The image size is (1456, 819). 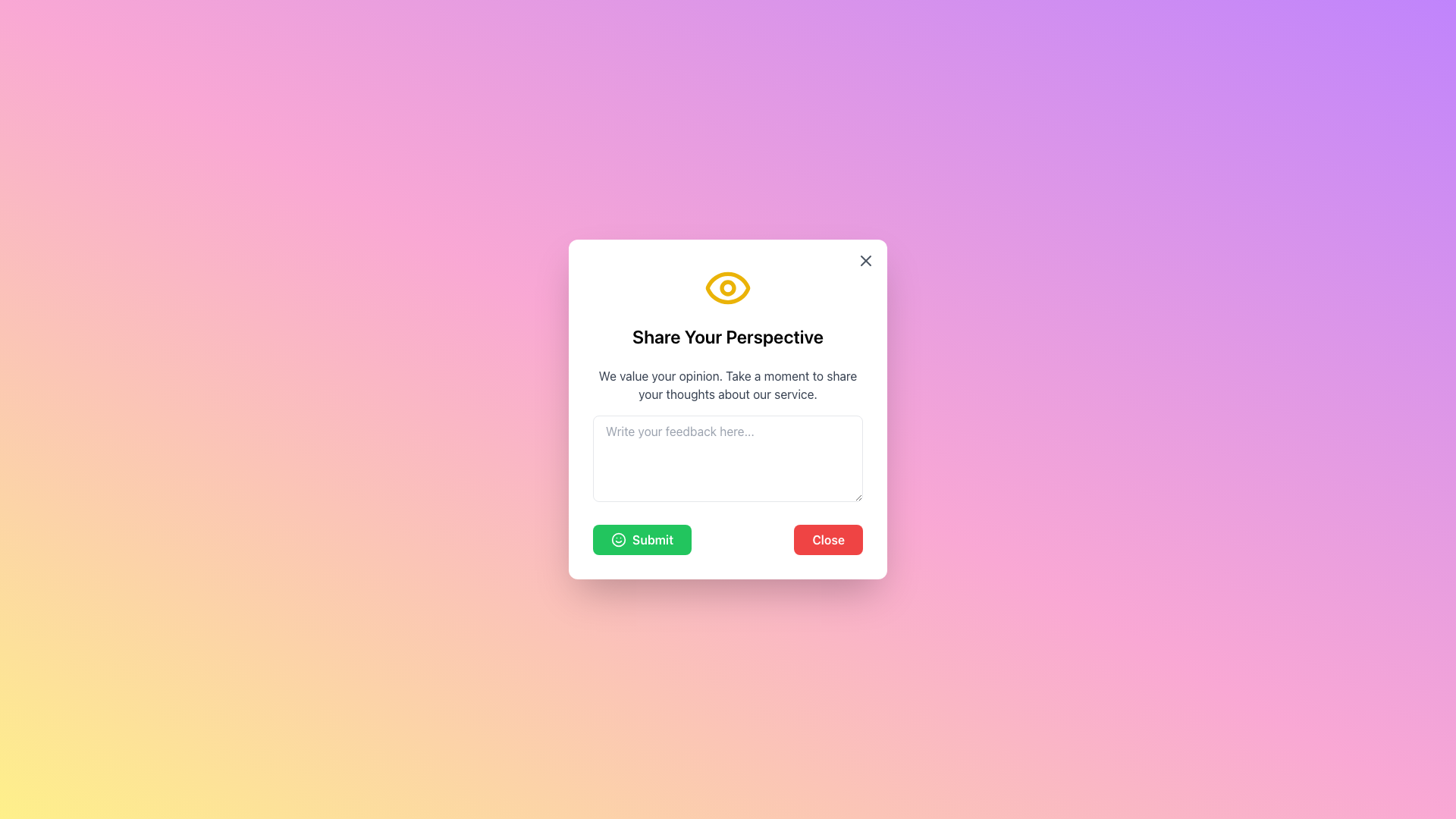 What do you see at coordinates (728, 288) in the screenshot?
I see `the non-interactive circular graphical element resembling a pupil, located at the center of the eye-shaped icon` at bounding box center [728, 288].